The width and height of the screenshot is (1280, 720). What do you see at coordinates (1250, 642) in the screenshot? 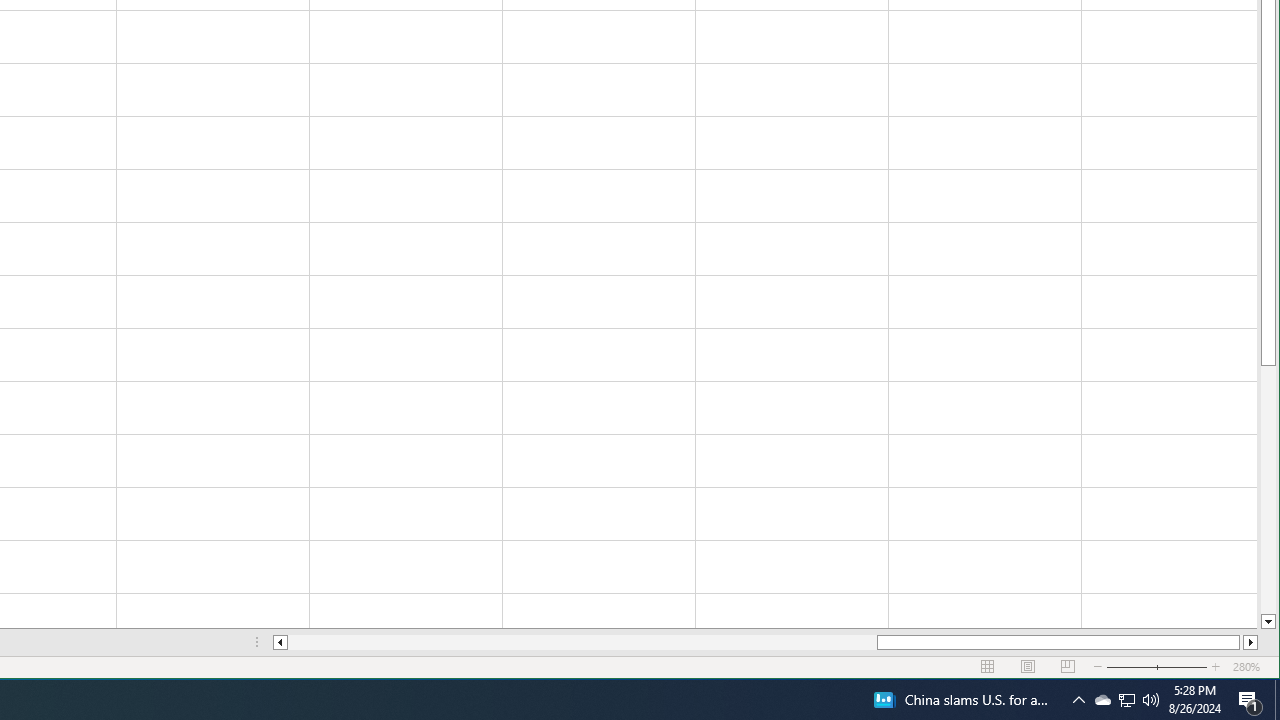
I see `'Column right'` at bounding box center [1250, 642].